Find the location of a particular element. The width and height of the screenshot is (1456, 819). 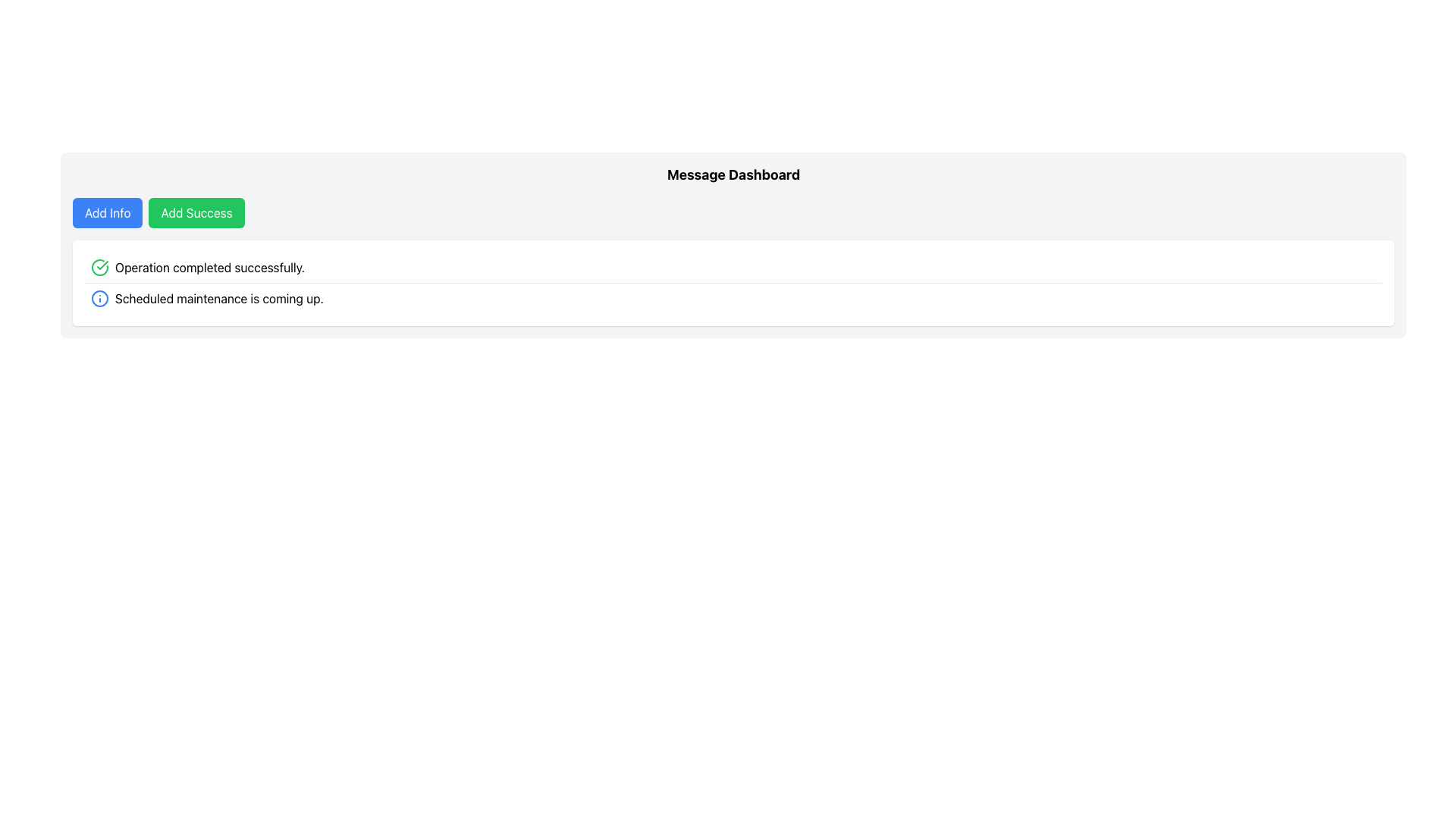

static text label that displays 'Scheduled maintenance is coming up.' located in the notification area to the right of the info icon is located at coordinates (218, 298).